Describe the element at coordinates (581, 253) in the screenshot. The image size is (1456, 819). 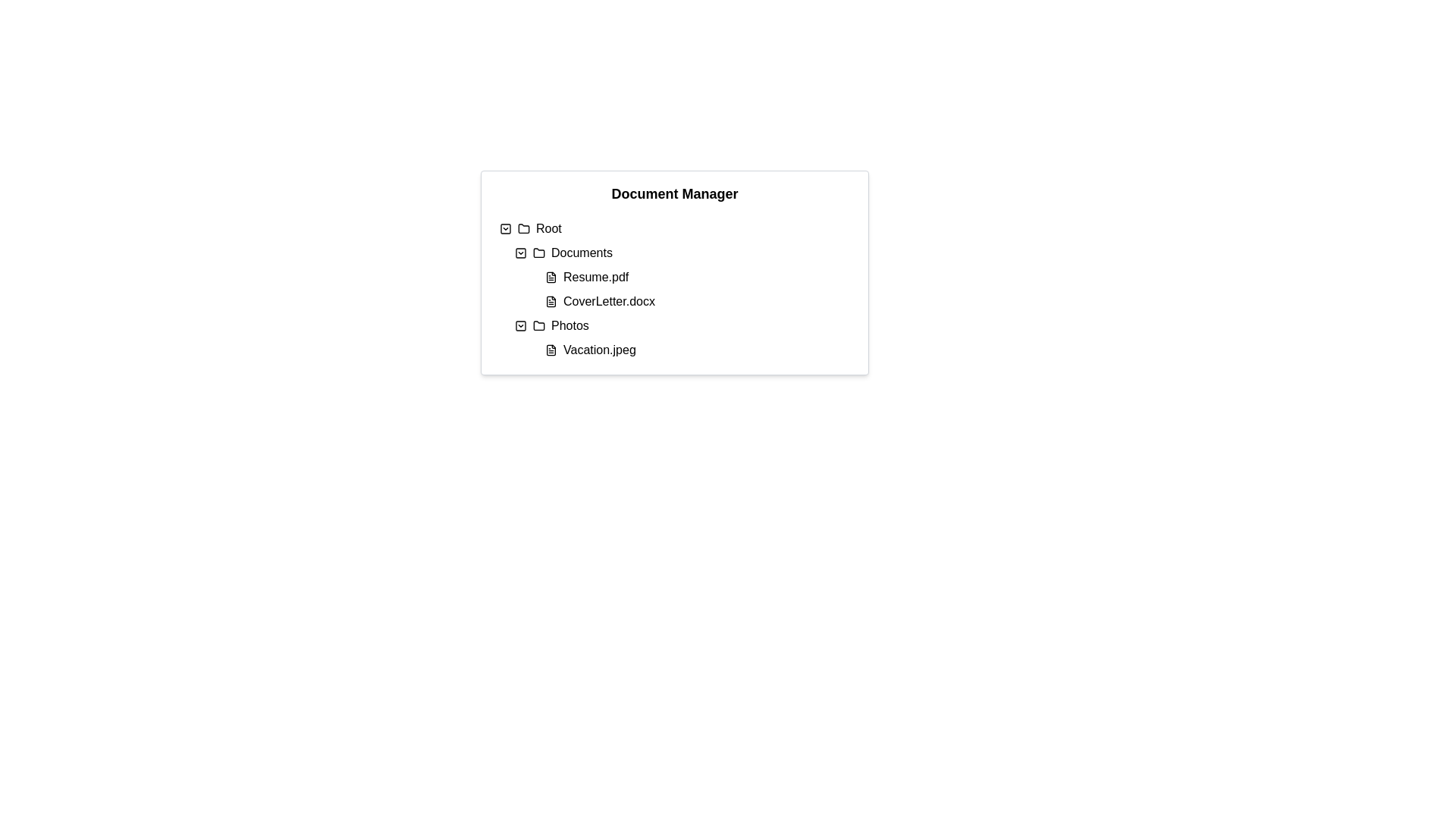
I see `the 'Documents' folder text label located below the 'Root' title and above 'Resume.pdf' and 'CoverLetter.docx'` at that location.